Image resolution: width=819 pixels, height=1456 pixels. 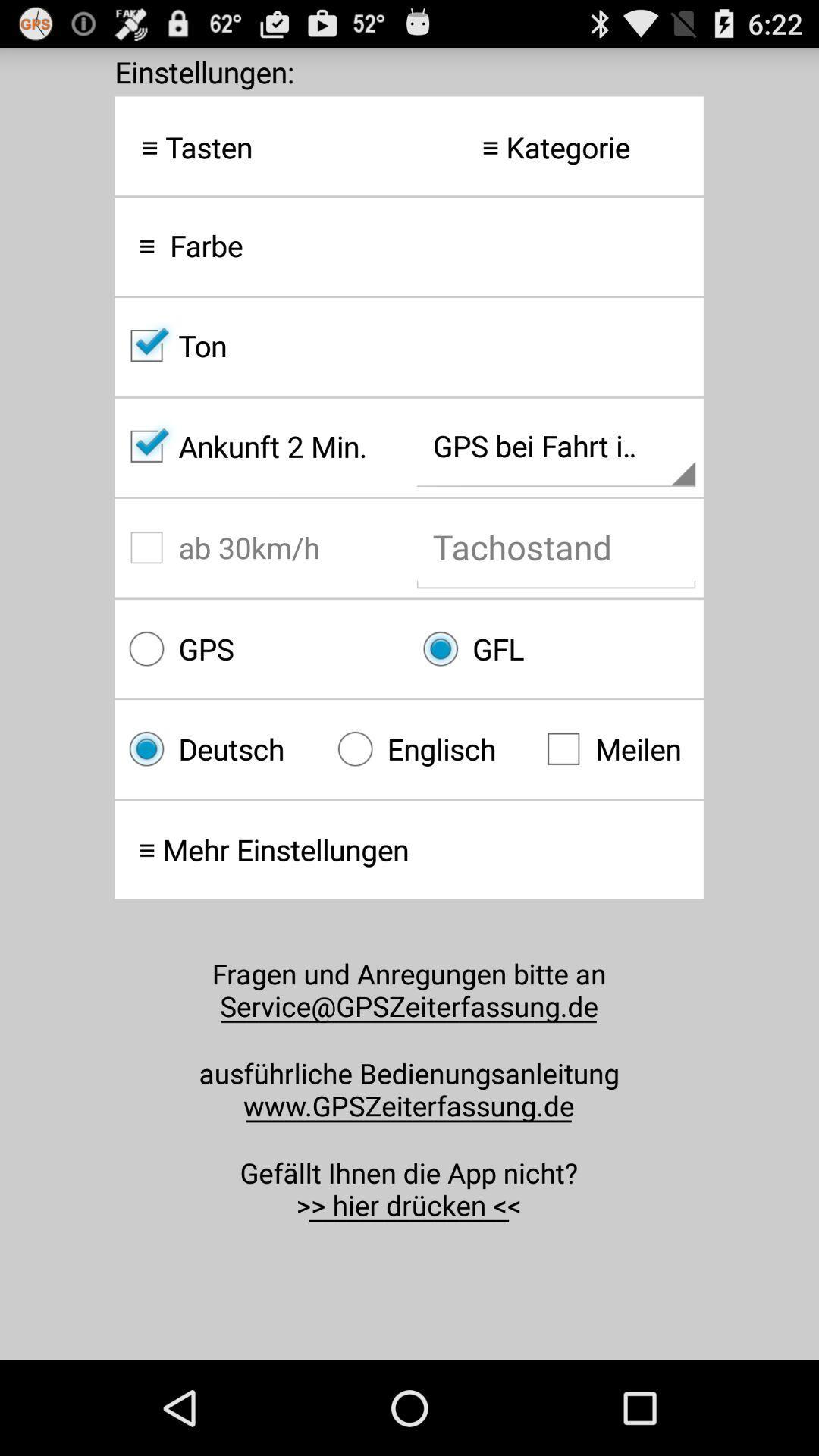 I want to click on radio button above the englisch, so click(x=556, y=648).